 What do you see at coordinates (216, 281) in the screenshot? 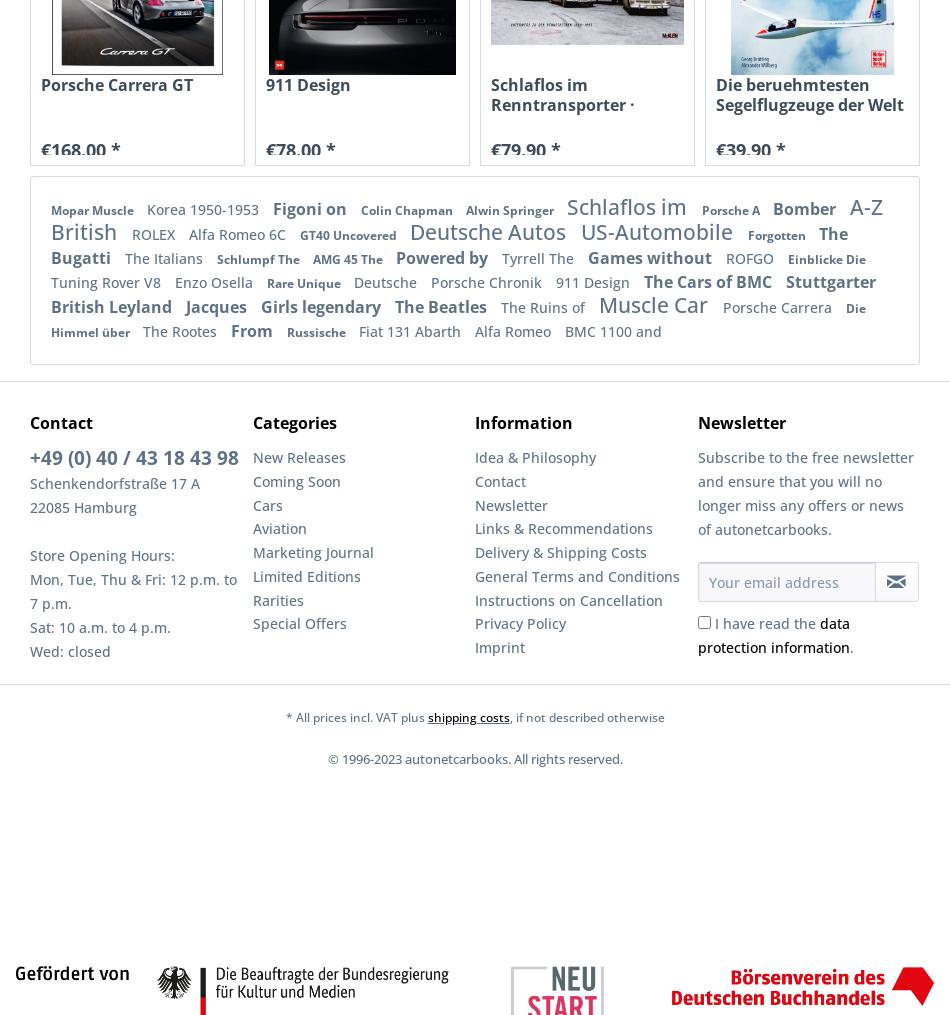
I see `'Enzo Osella'` at bounding box center [216, 281].